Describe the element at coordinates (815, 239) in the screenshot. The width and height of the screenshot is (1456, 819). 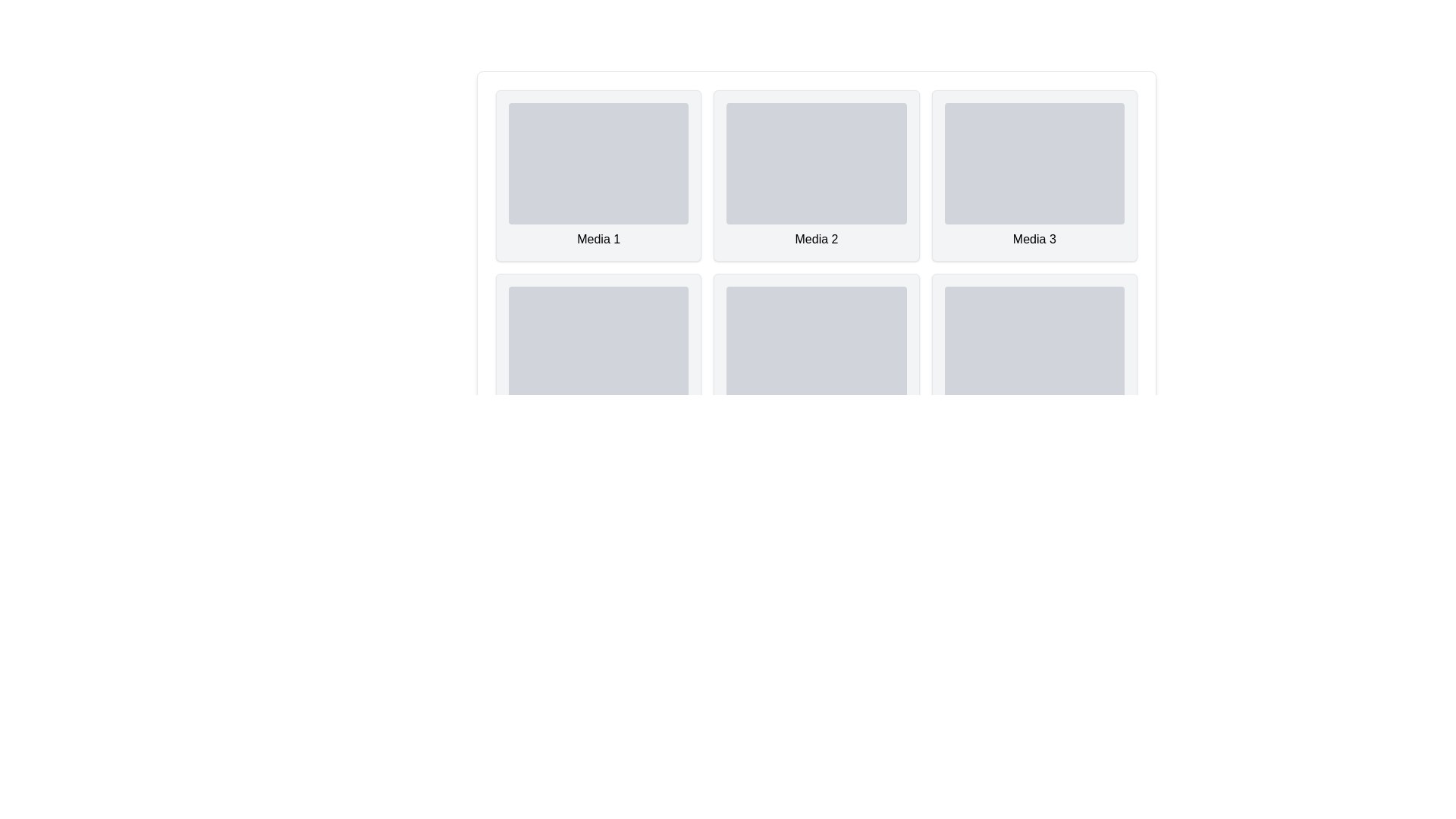
I see `label 'Media 2' which is the text label below the image in the bordered card` at that location.